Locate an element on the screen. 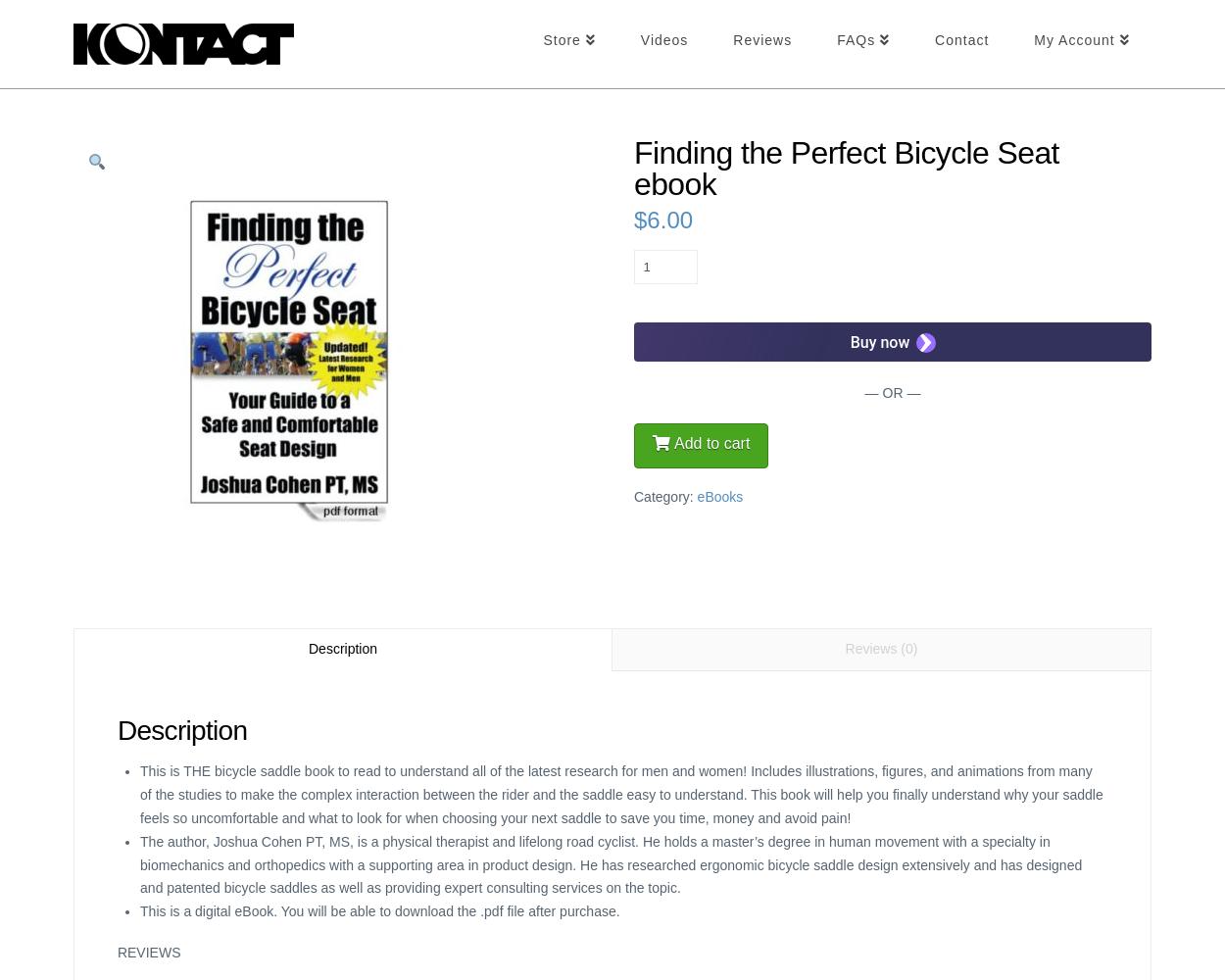  'eBooks' is located at coordinates (718, 497).